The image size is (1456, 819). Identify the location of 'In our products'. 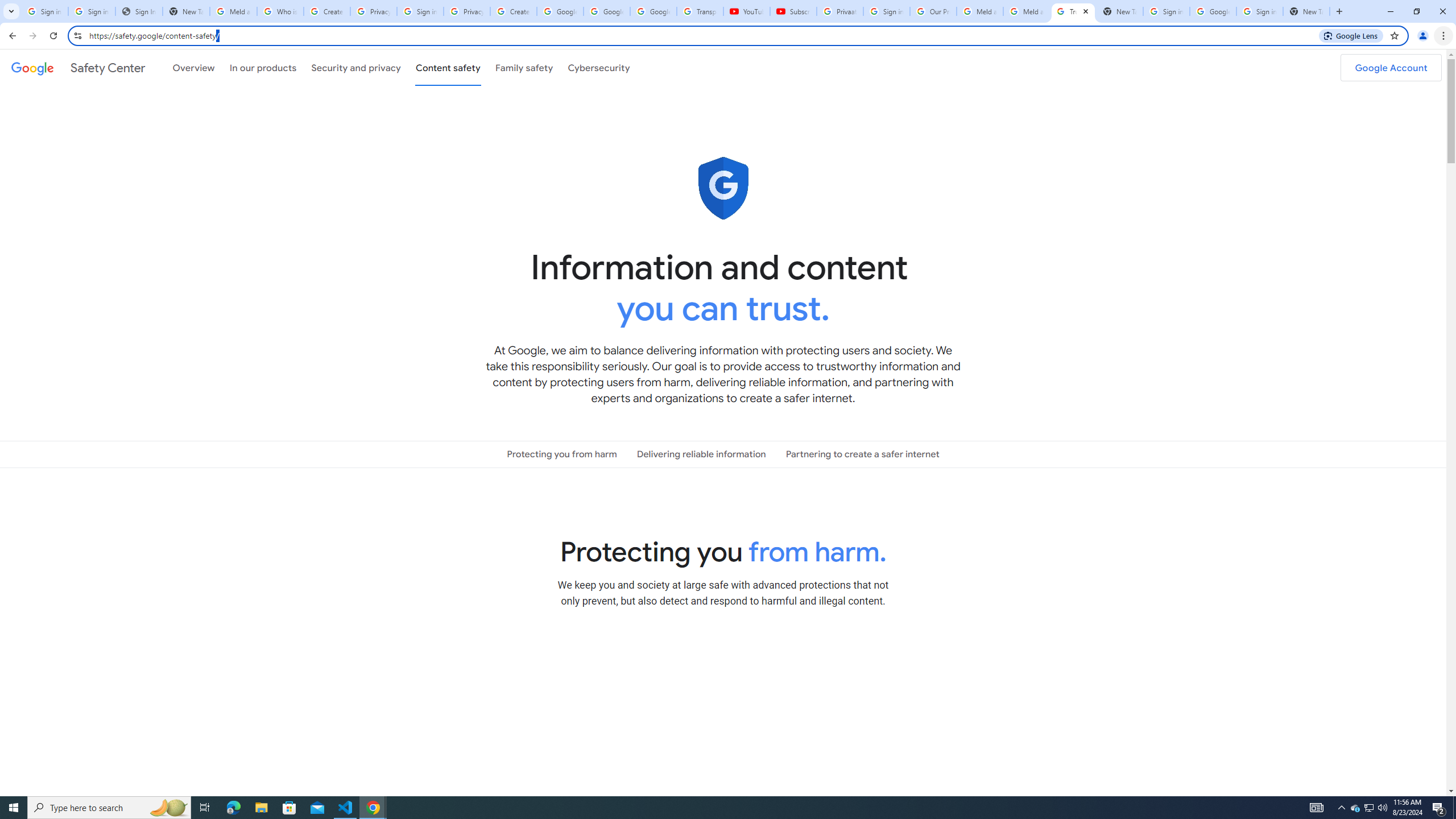
(262, 67).